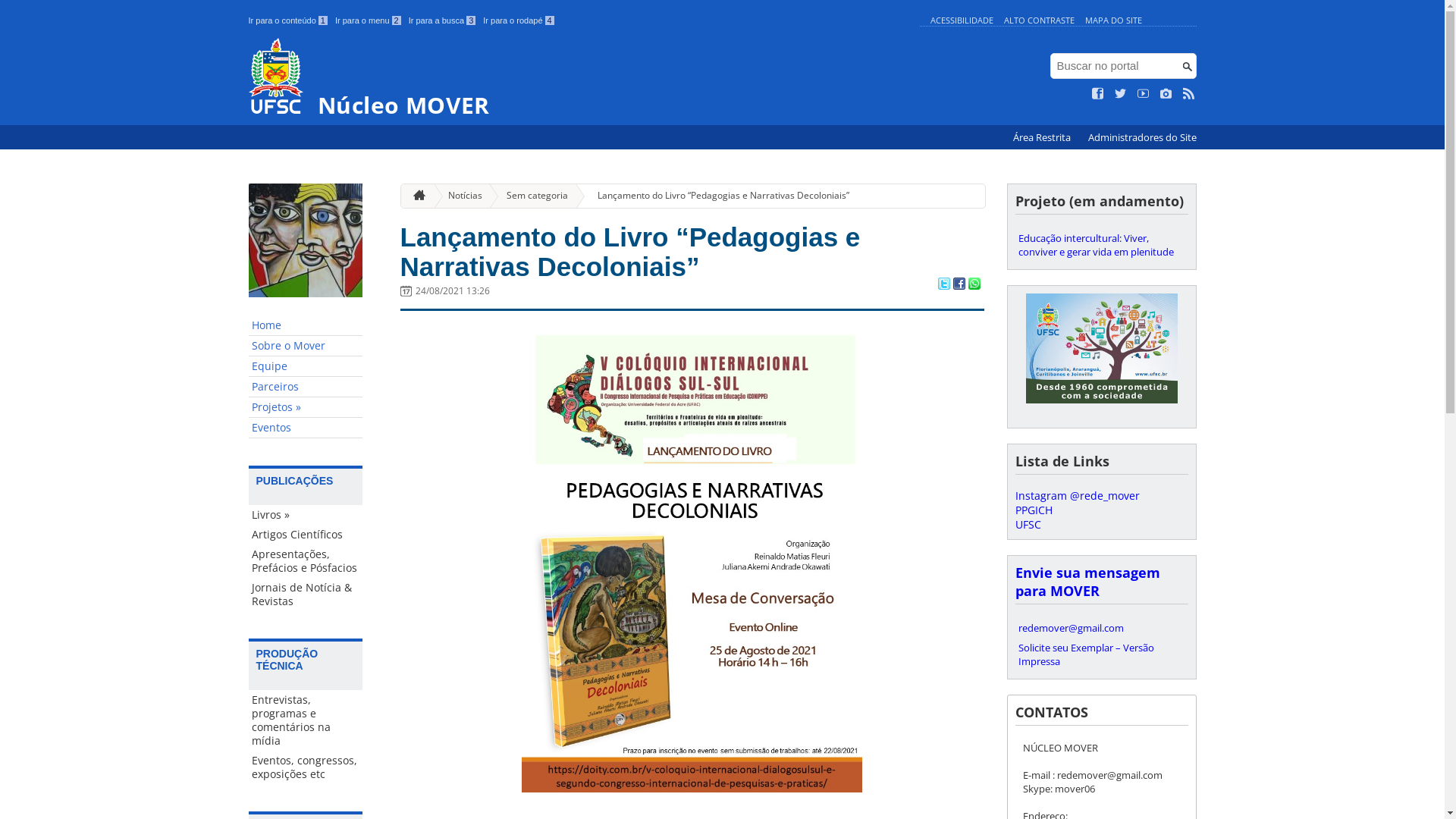  Describe the element at coordinates (305, 428) in the screenshot. I see `'Eventos'` at that location.